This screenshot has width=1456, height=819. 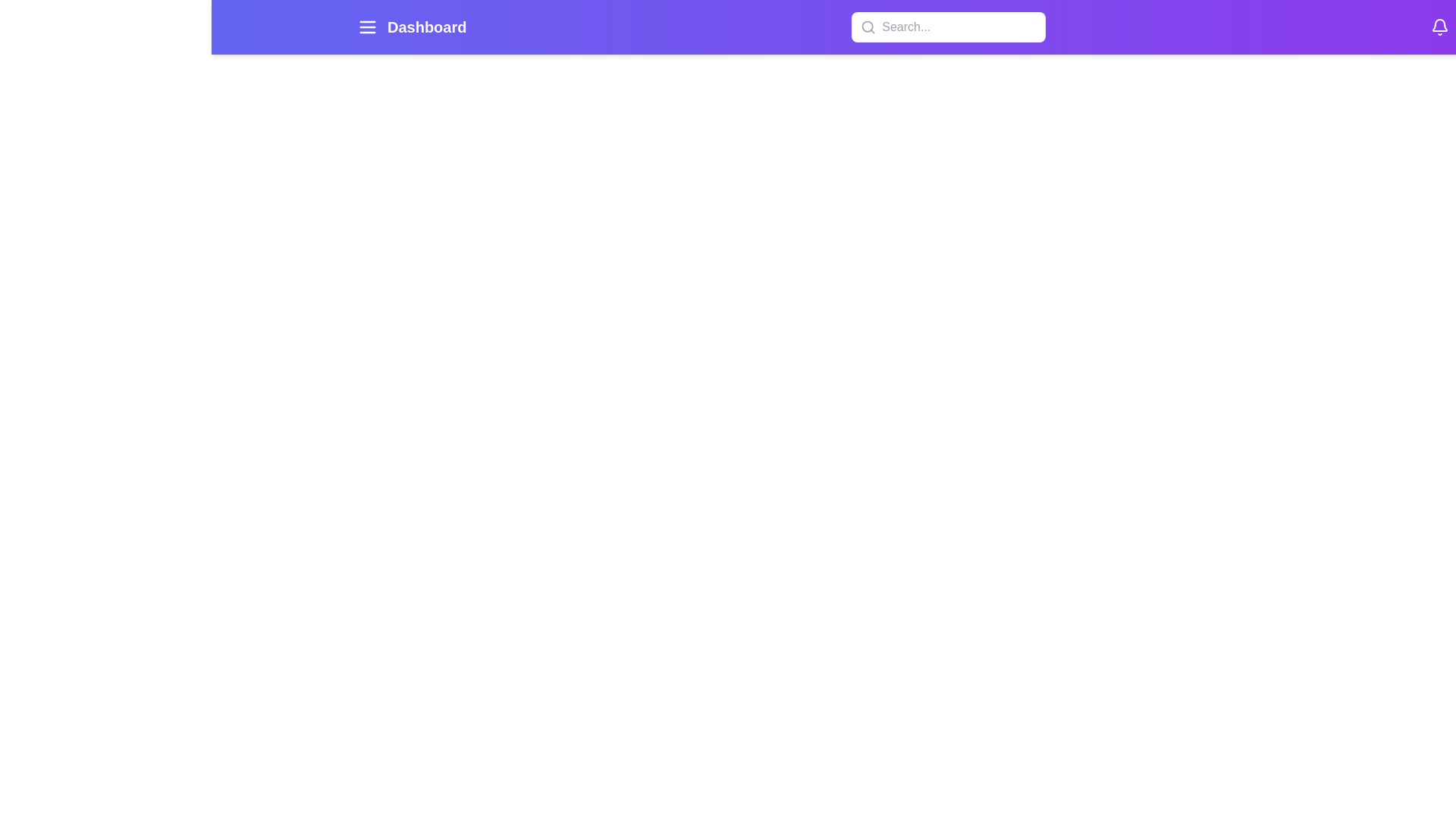 I want to click on the notification bell icon, so click(x=1439, y=27).